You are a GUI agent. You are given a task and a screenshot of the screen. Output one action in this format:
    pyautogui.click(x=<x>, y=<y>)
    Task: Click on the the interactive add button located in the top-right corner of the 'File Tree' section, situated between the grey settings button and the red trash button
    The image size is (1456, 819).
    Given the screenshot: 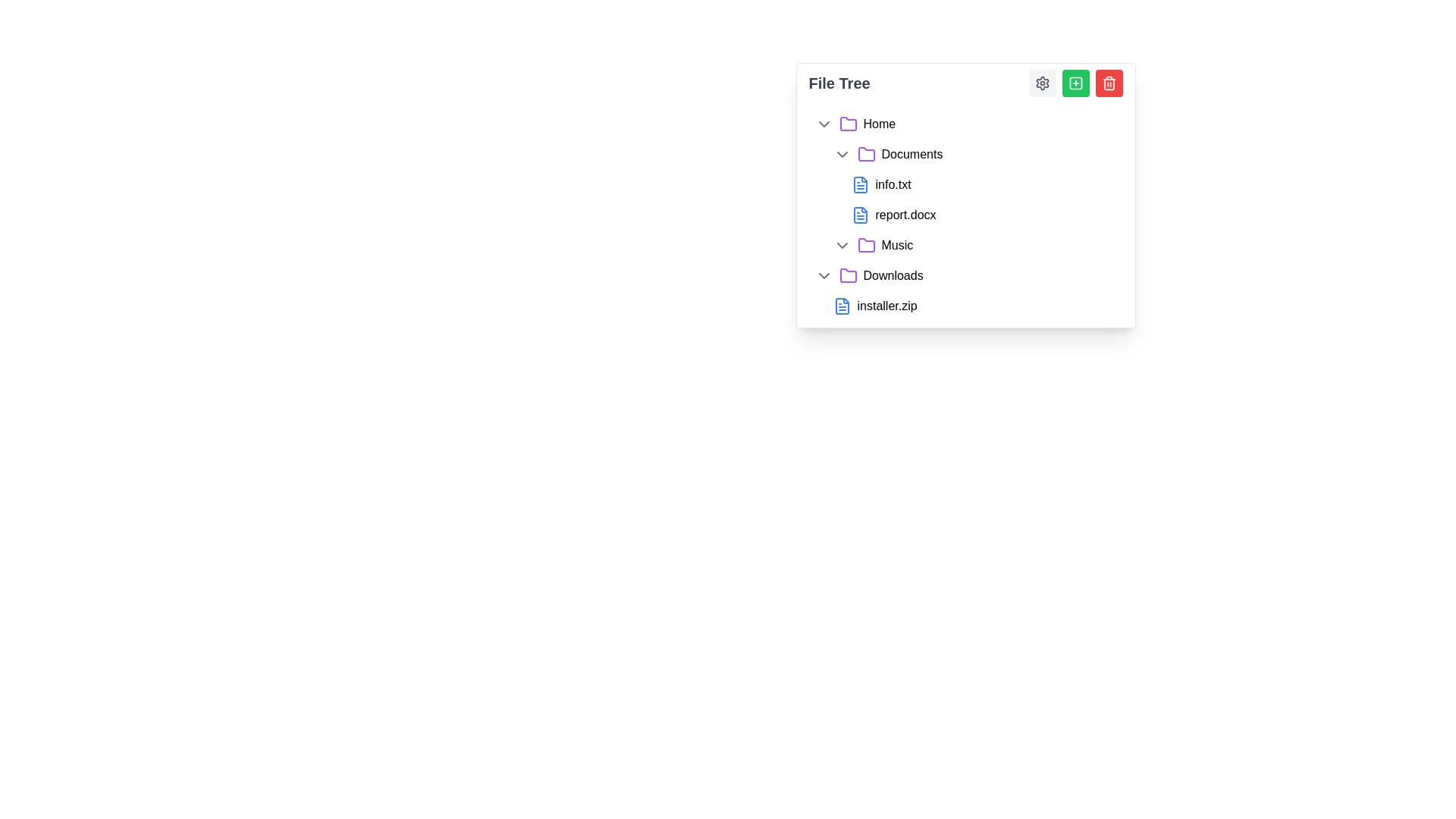 What is the action you would take?
    pyautogui.click(x=1075, y=83)
    